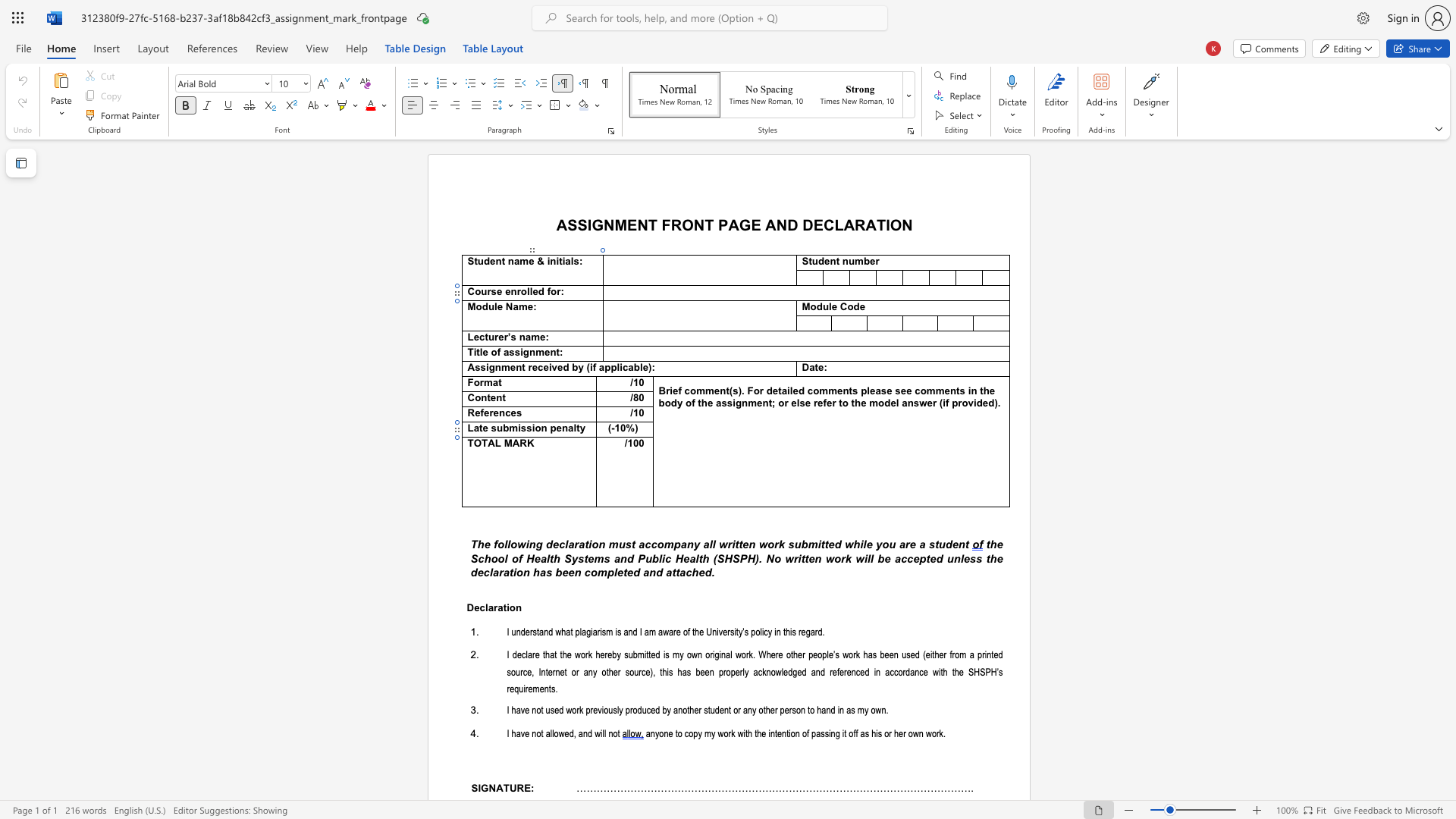 This screenshot has height=819, width=1456. Describe the element at coordinates (488, 444) in the screenshot. I see `the space between the continuous character "T" and "A" in the text` at that location.